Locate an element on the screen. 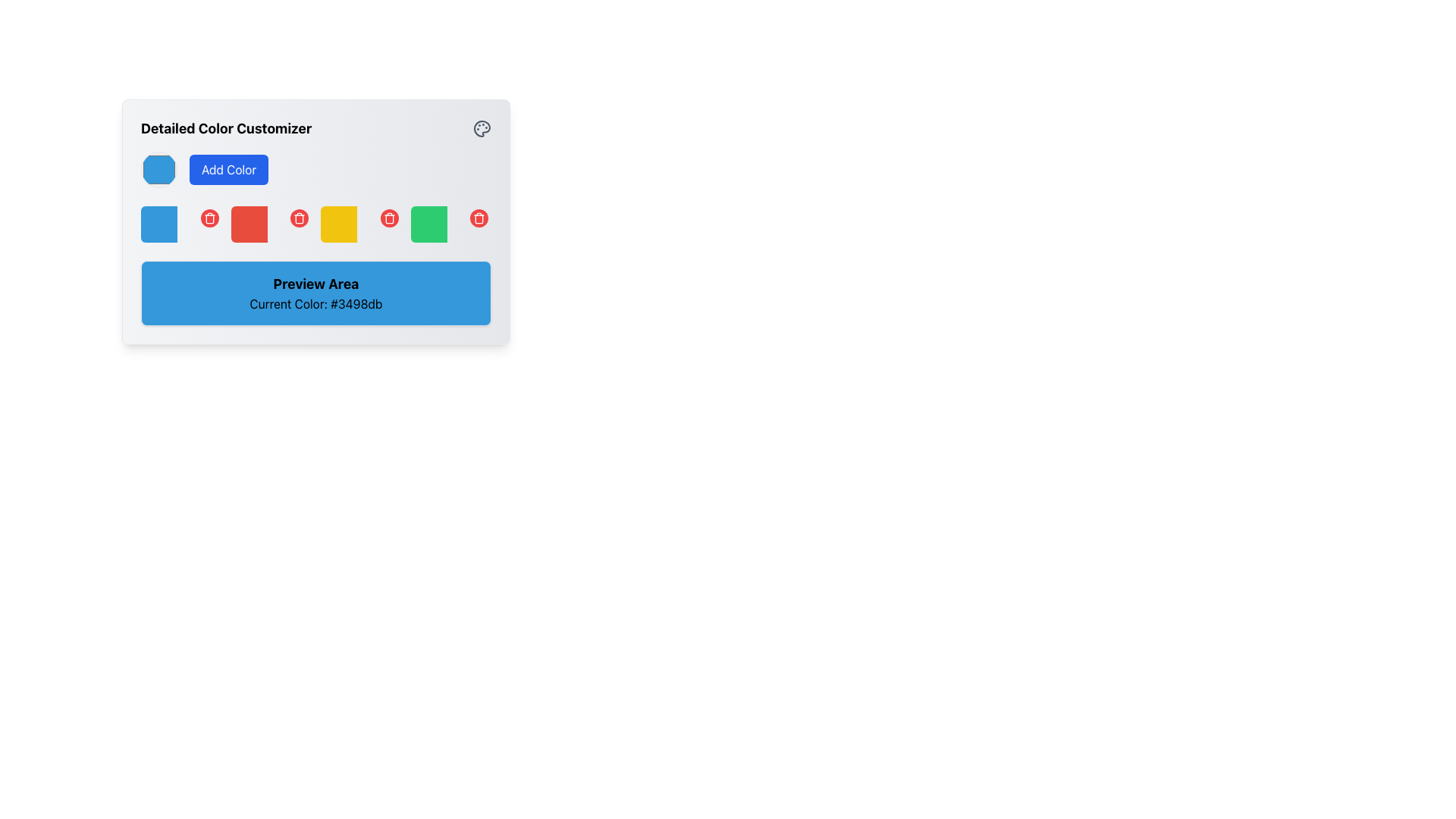 The width and height of the screenshot is (1456, 819). the small color palette icon located in the top-right corner of the 'Detailed Color Customizer' section is located at coordinates (481, 127).